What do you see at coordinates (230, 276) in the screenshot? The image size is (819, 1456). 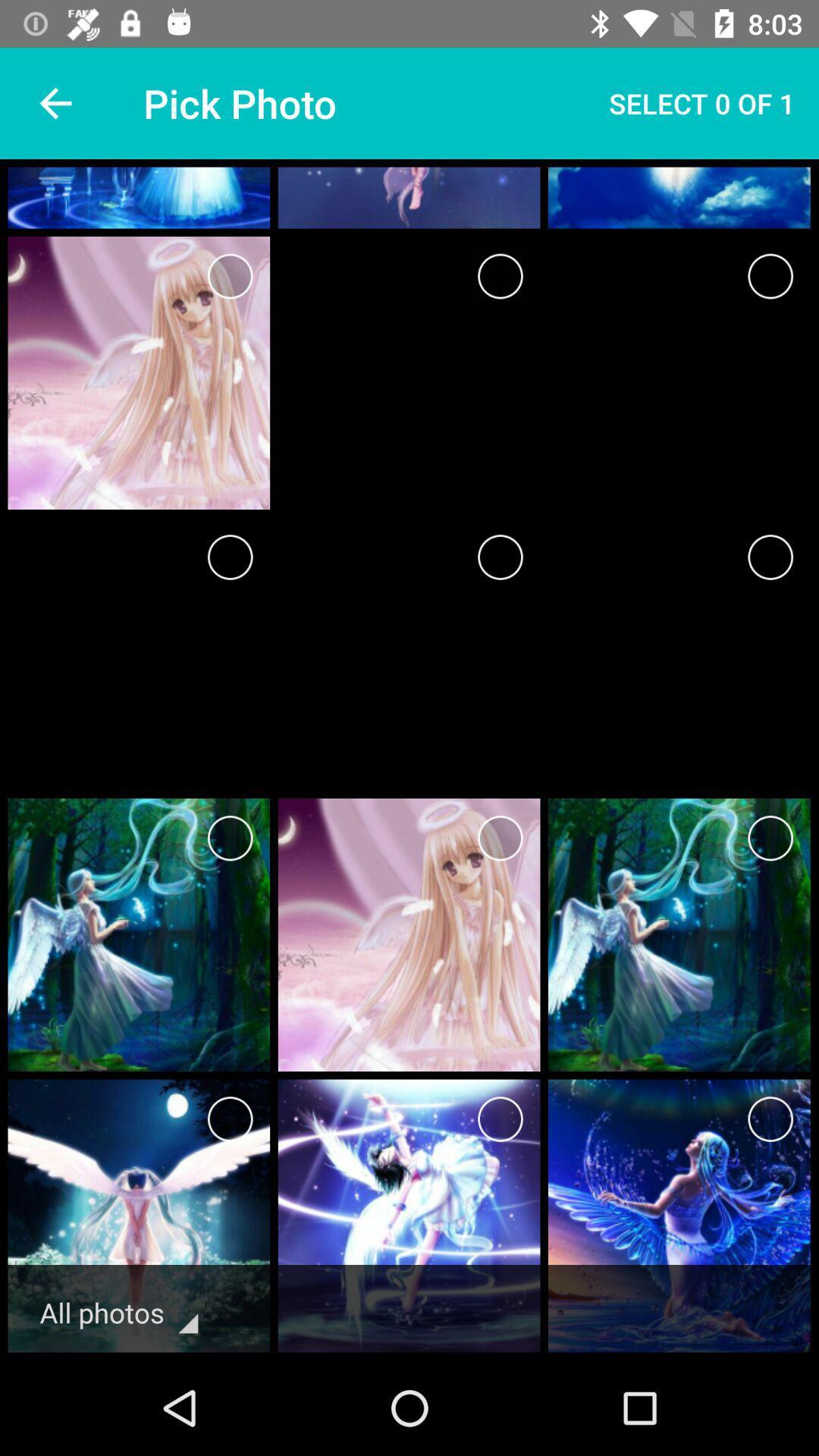 I see `include picture` at bounding box center [230, 276].